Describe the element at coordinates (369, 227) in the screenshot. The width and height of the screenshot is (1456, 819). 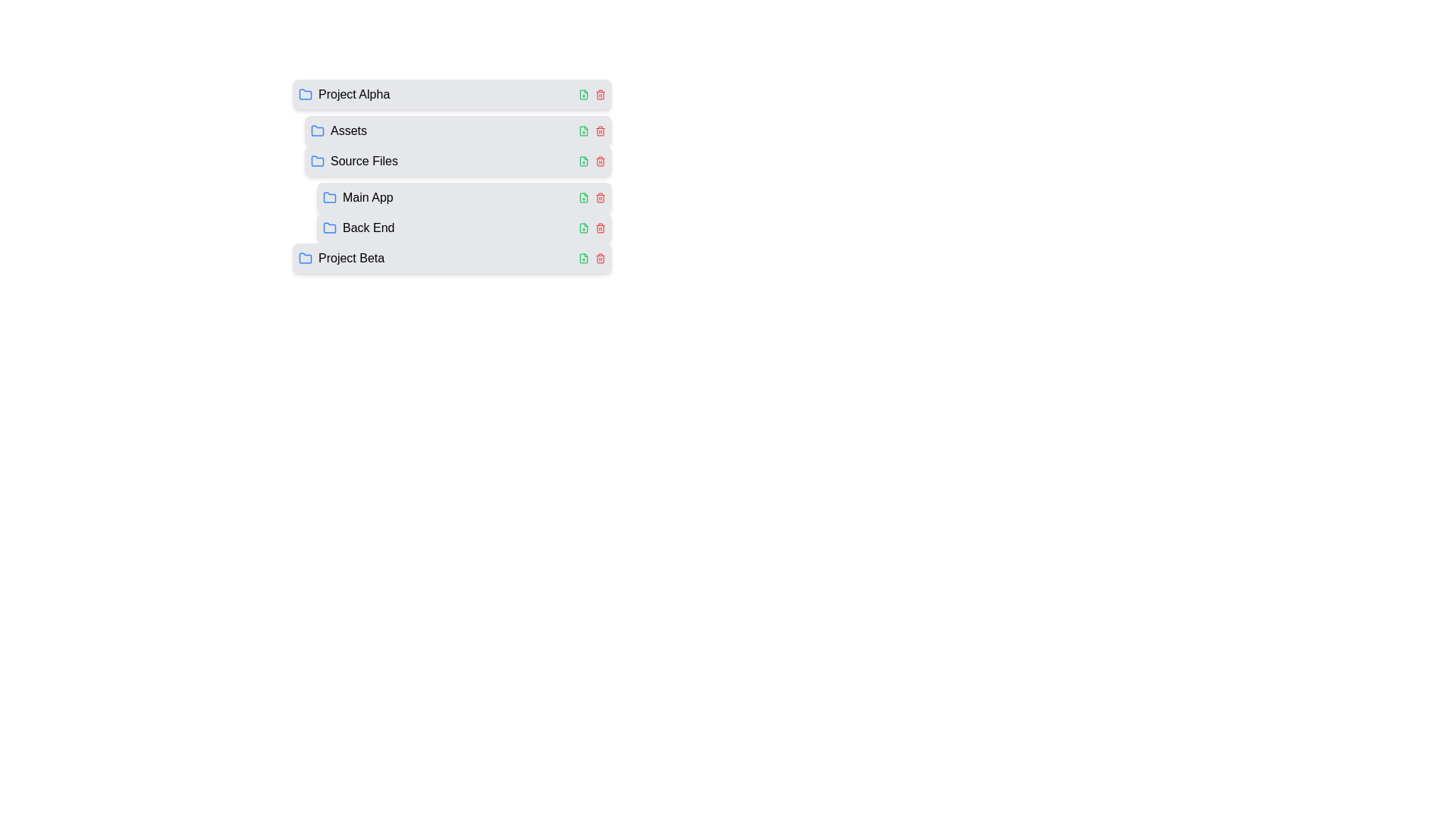
I see `the 'Back End' label located to the right of the blue folder icon in the project tree` at that location.